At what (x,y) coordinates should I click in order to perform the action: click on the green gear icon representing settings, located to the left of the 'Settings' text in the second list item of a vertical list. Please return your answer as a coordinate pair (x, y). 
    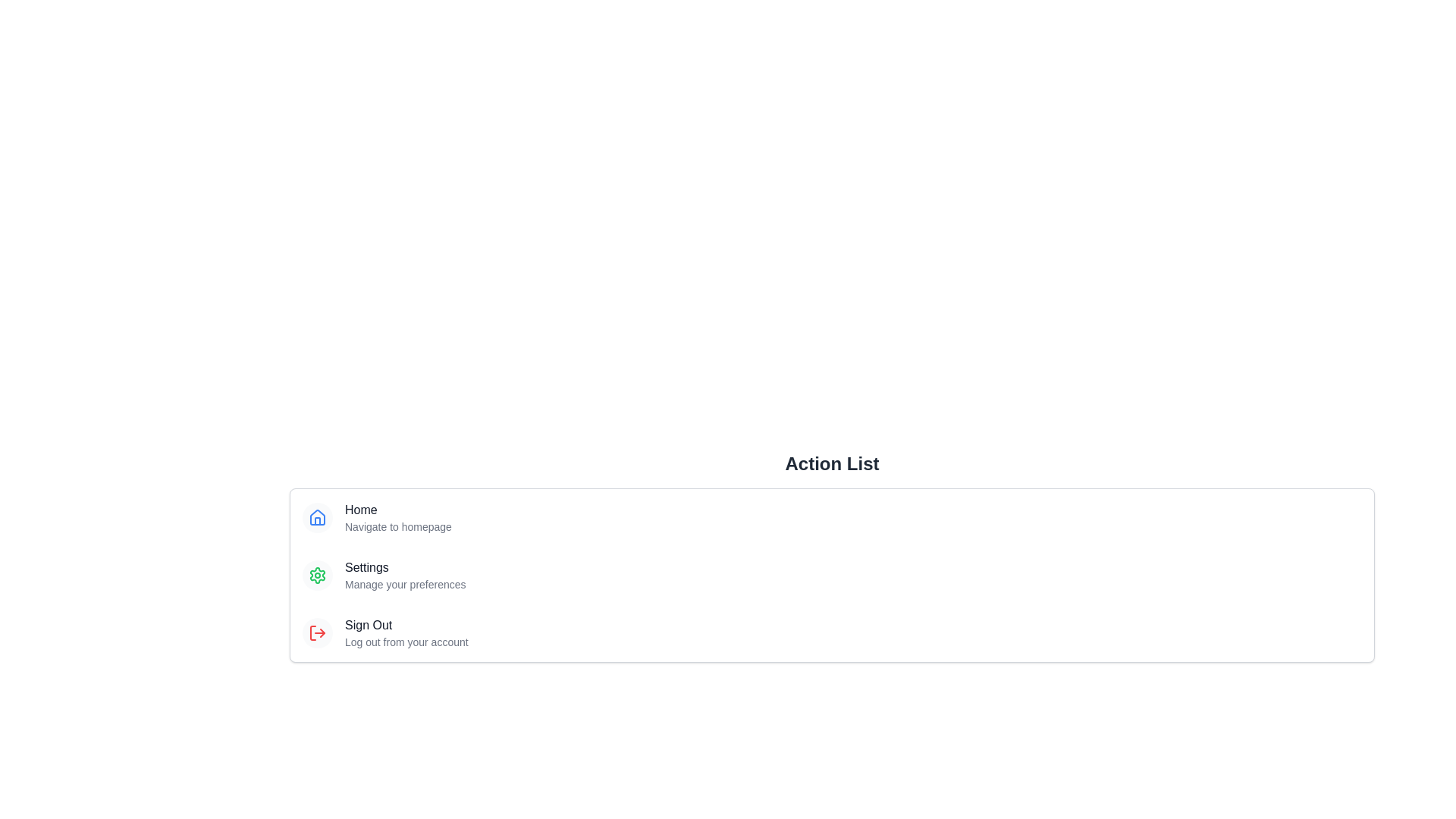
    Looking at the image, I should click on (316, 576).